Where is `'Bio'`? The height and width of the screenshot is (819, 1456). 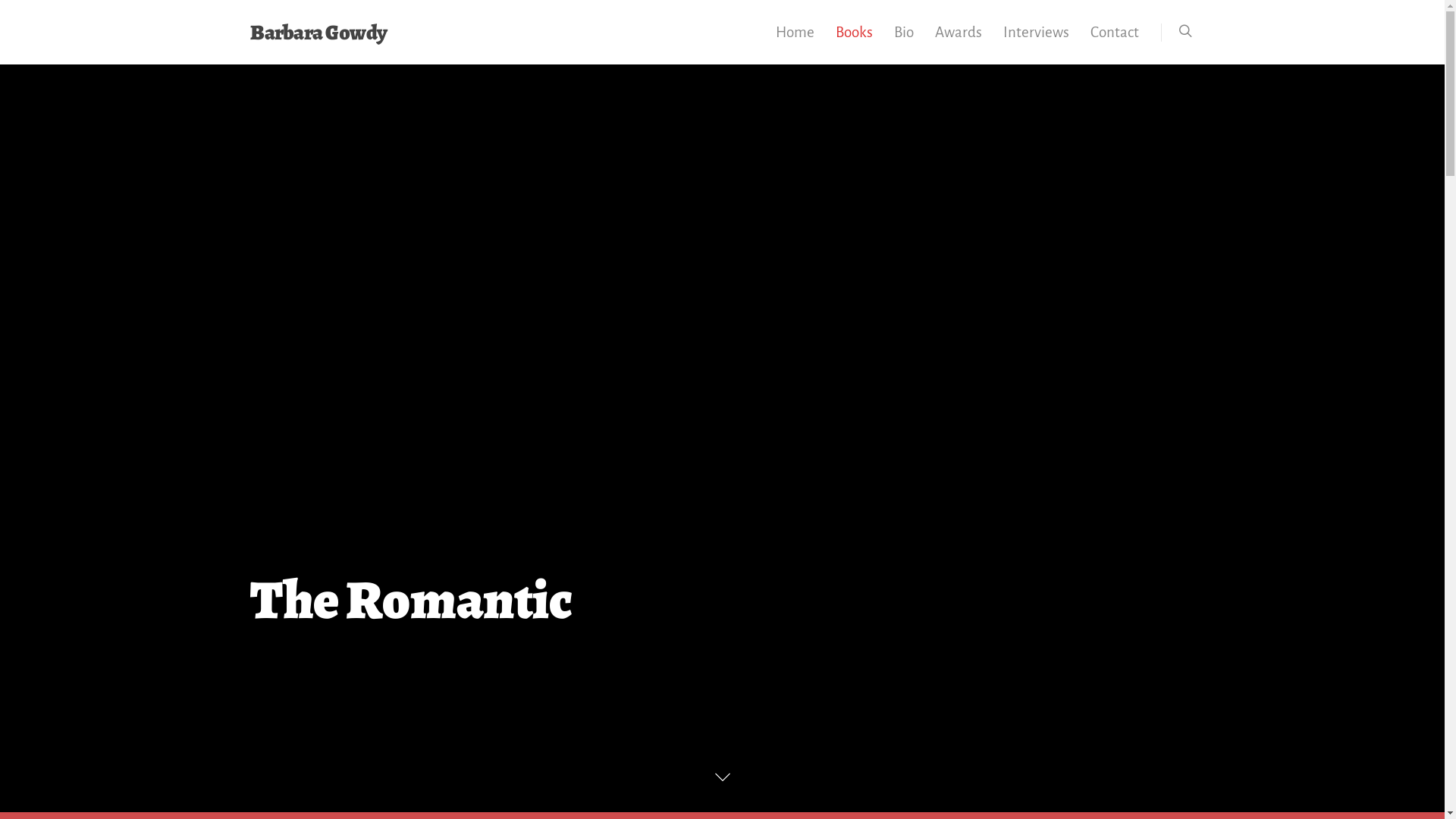
'Bio' is located at coordinates (903, 42).